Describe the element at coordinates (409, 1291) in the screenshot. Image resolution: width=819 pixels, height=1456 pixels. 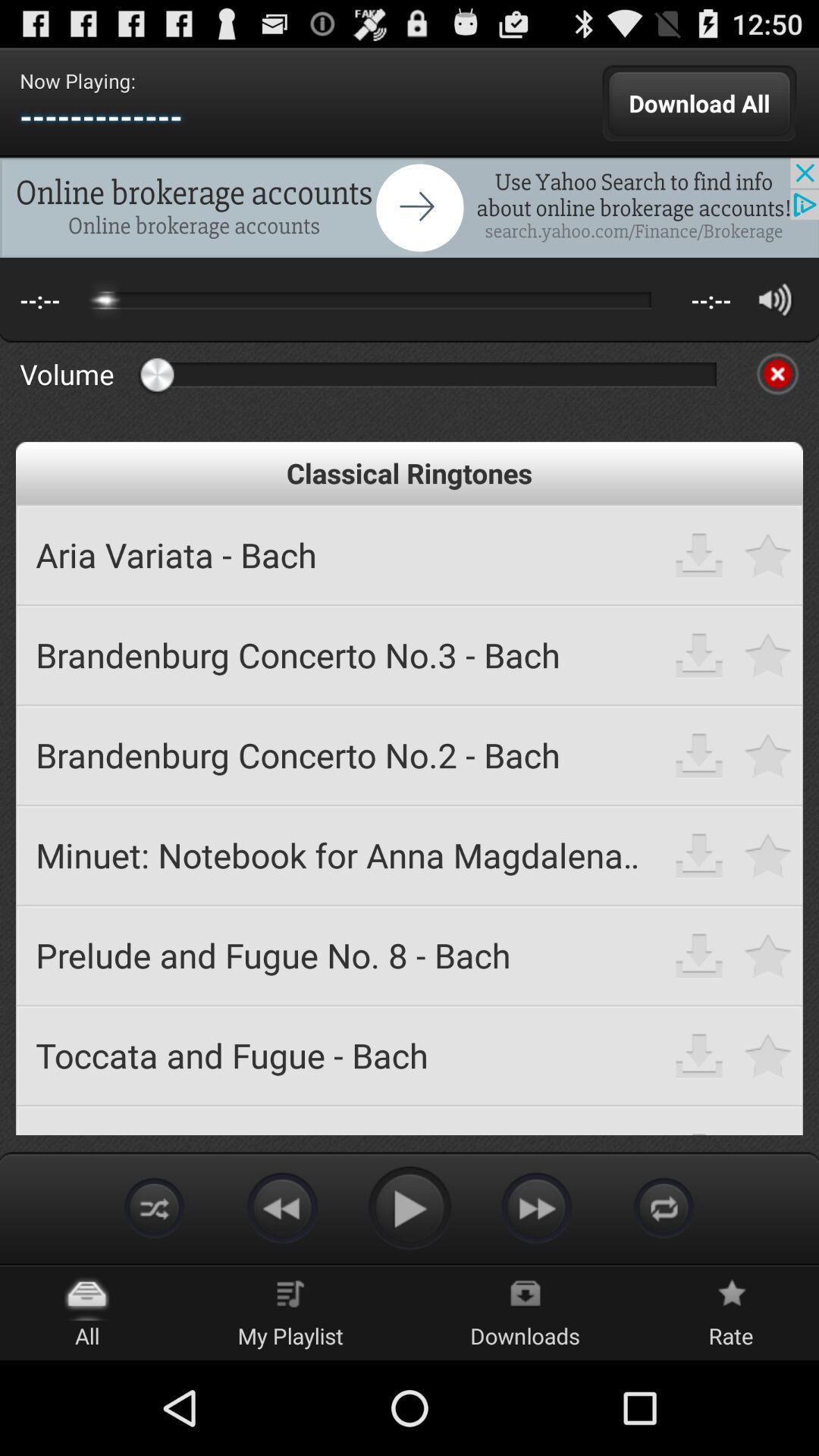
I see `the play icon` at that location.